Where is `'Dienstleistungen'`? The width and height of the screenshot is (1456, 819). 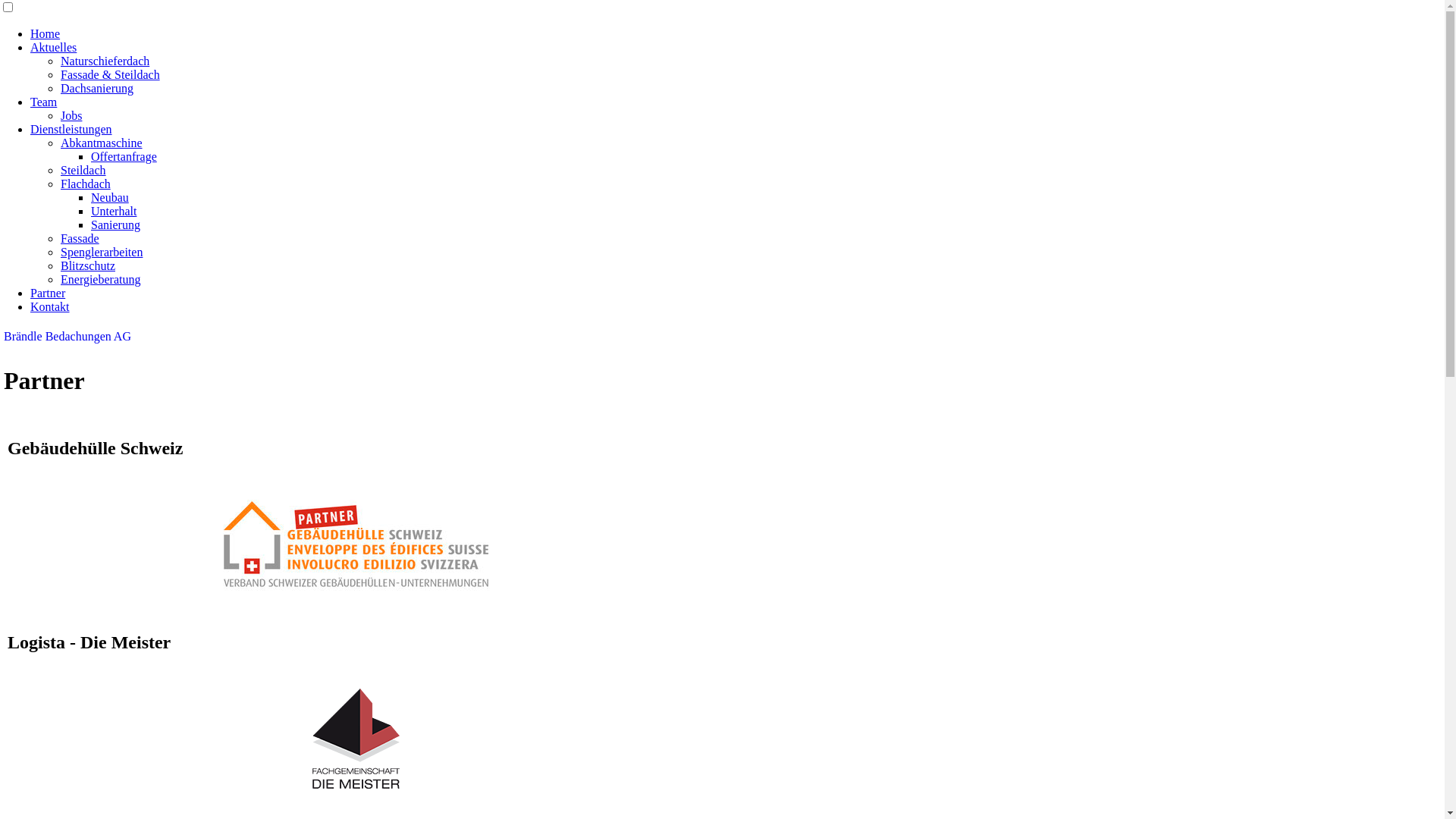 'Dienstleistungen' is located at coordinates (71, 128).